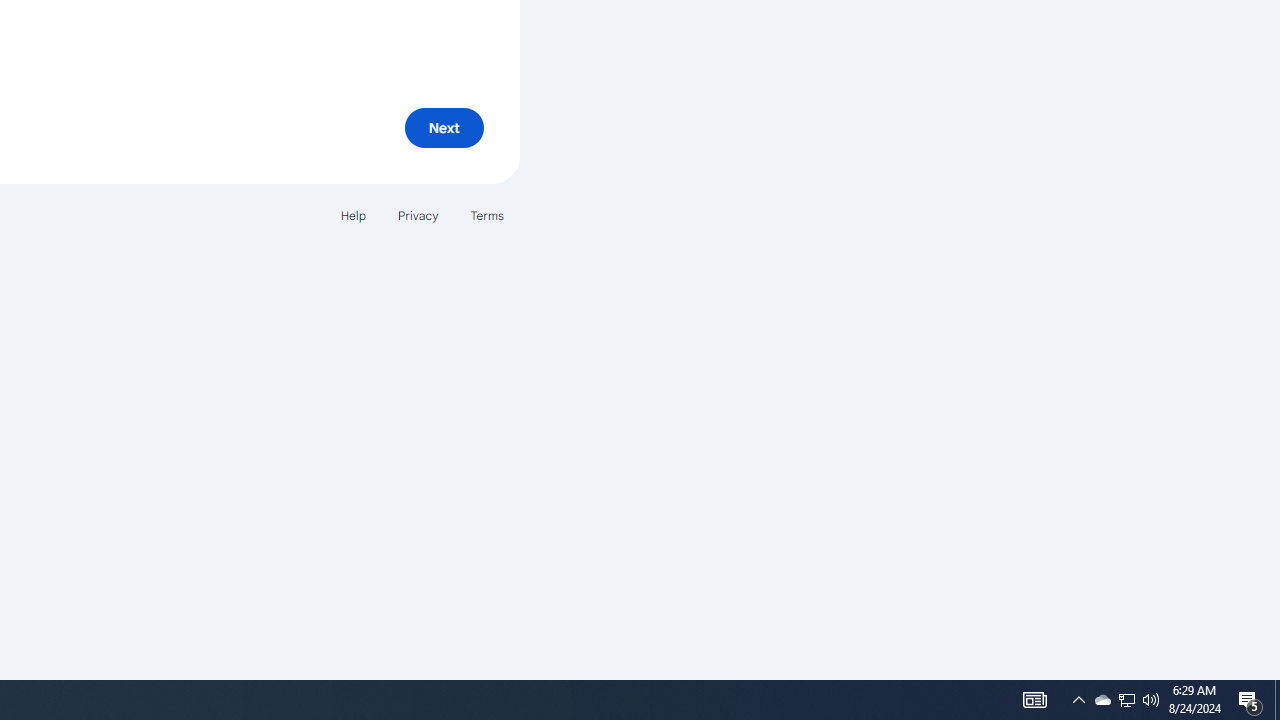 The height and width of the screenshot is (720, 1280). What do you see at coordinates (443, 127) in the screenshot?
I see `'Next'` at bounding box center [443, 127].